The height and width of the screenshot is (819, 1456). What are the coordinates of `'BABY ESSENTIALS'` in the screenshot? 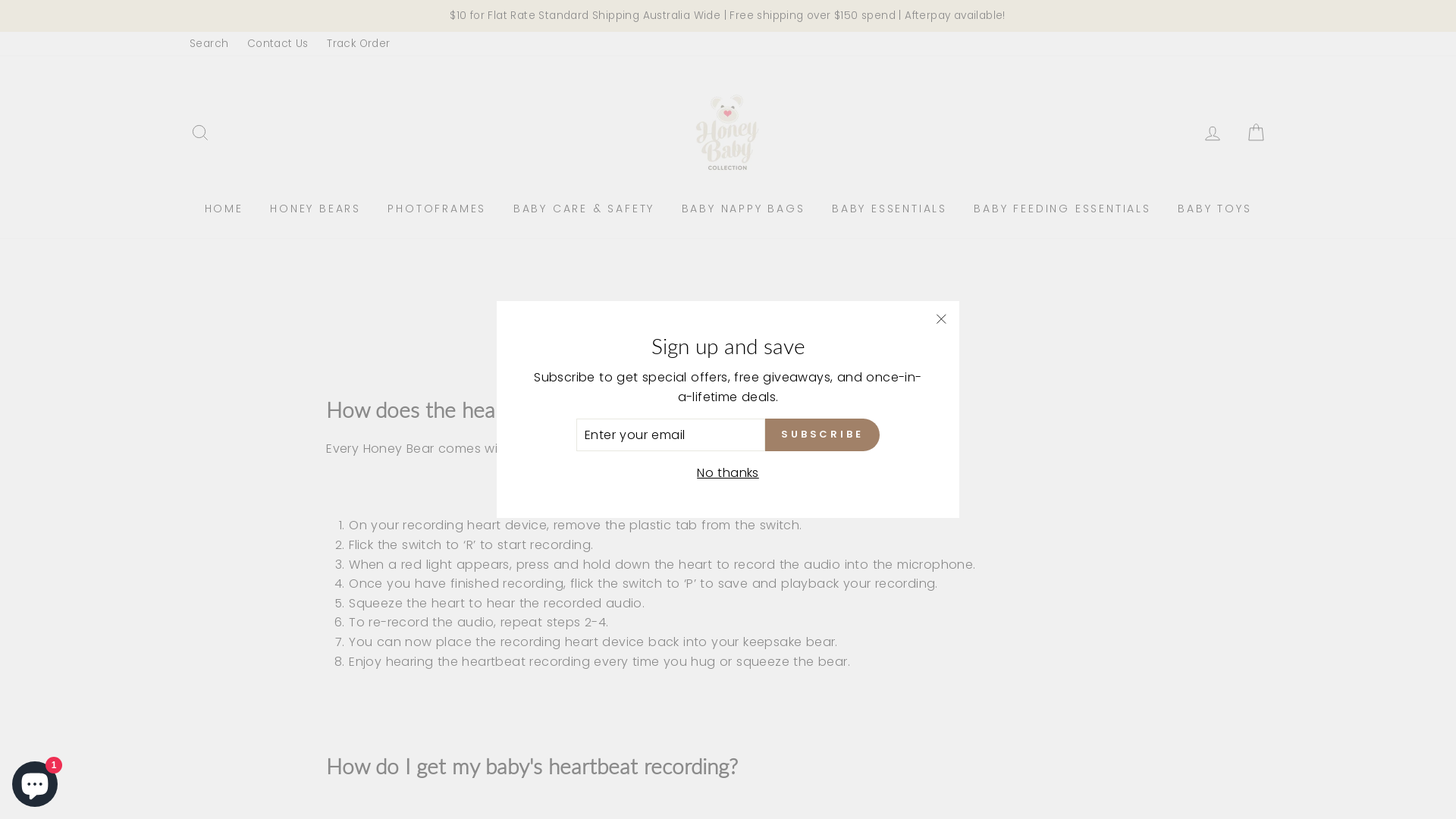 It's located at (889, 208).